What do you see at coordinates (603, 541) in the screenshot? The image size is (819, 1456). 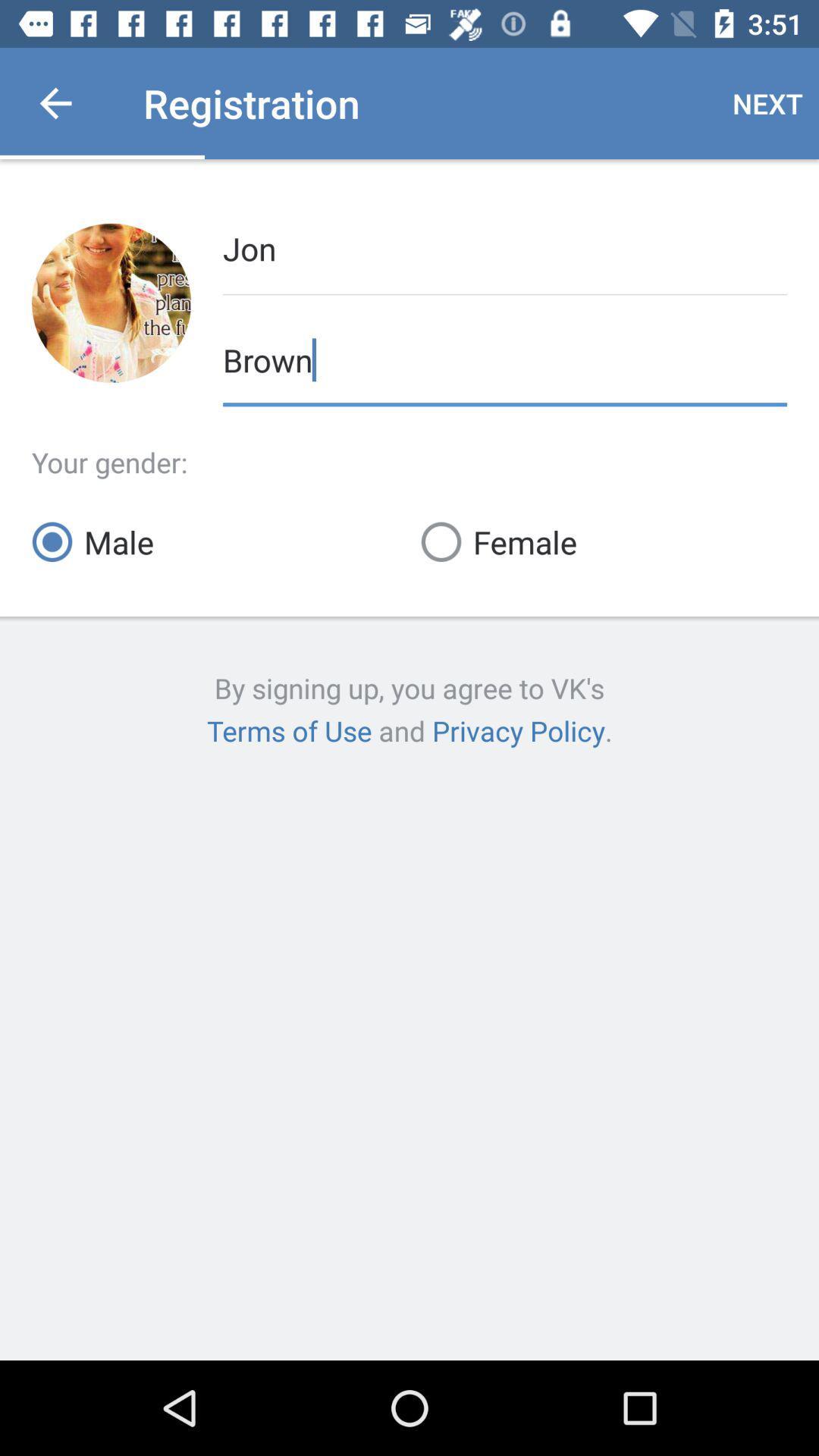 I see `icon below the your gender: item` at bounding box center [603, 541].